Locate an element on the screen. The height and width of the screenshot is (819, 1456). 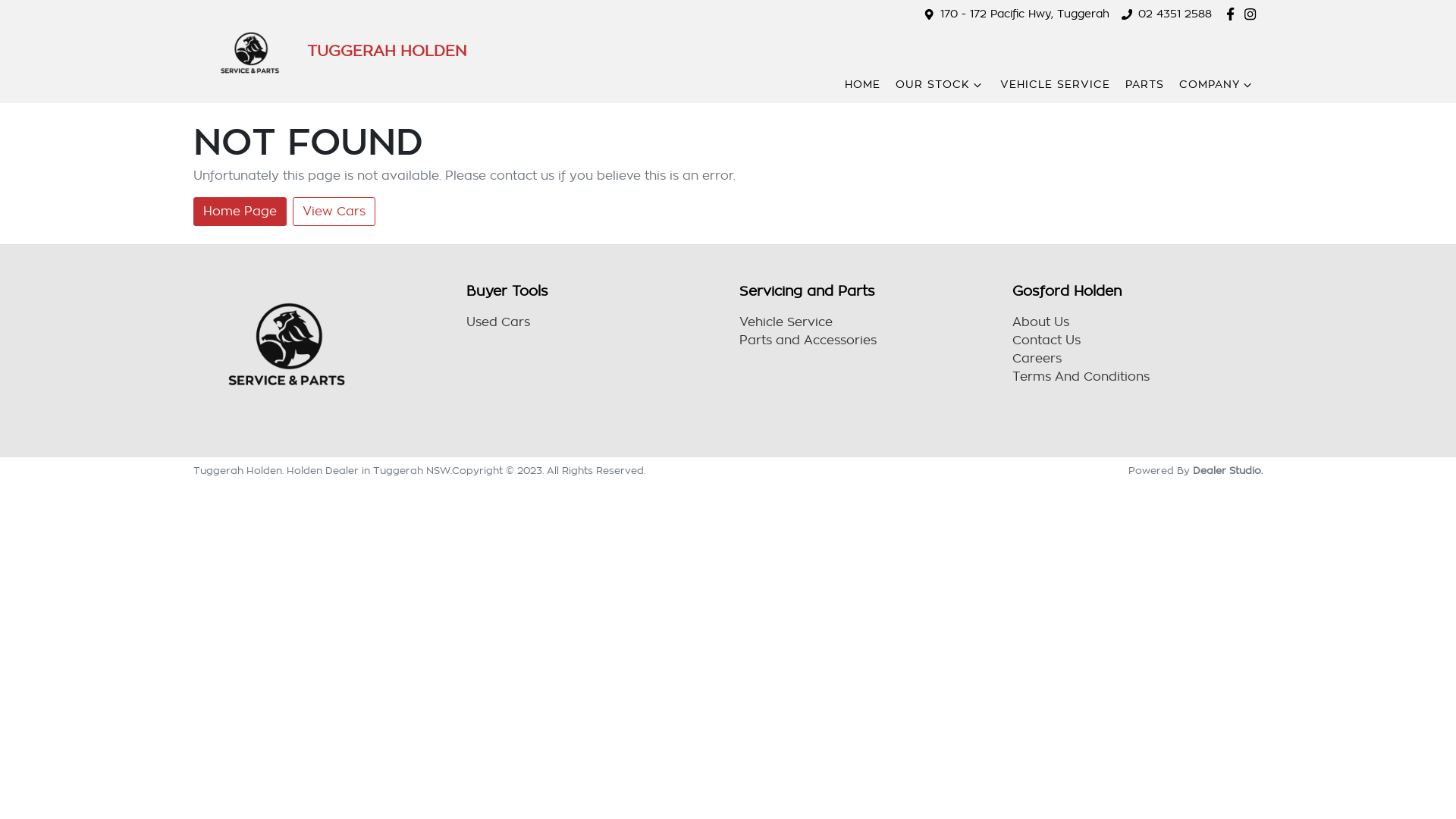
'Vehicle Service' is located at coordinates (739, 321).